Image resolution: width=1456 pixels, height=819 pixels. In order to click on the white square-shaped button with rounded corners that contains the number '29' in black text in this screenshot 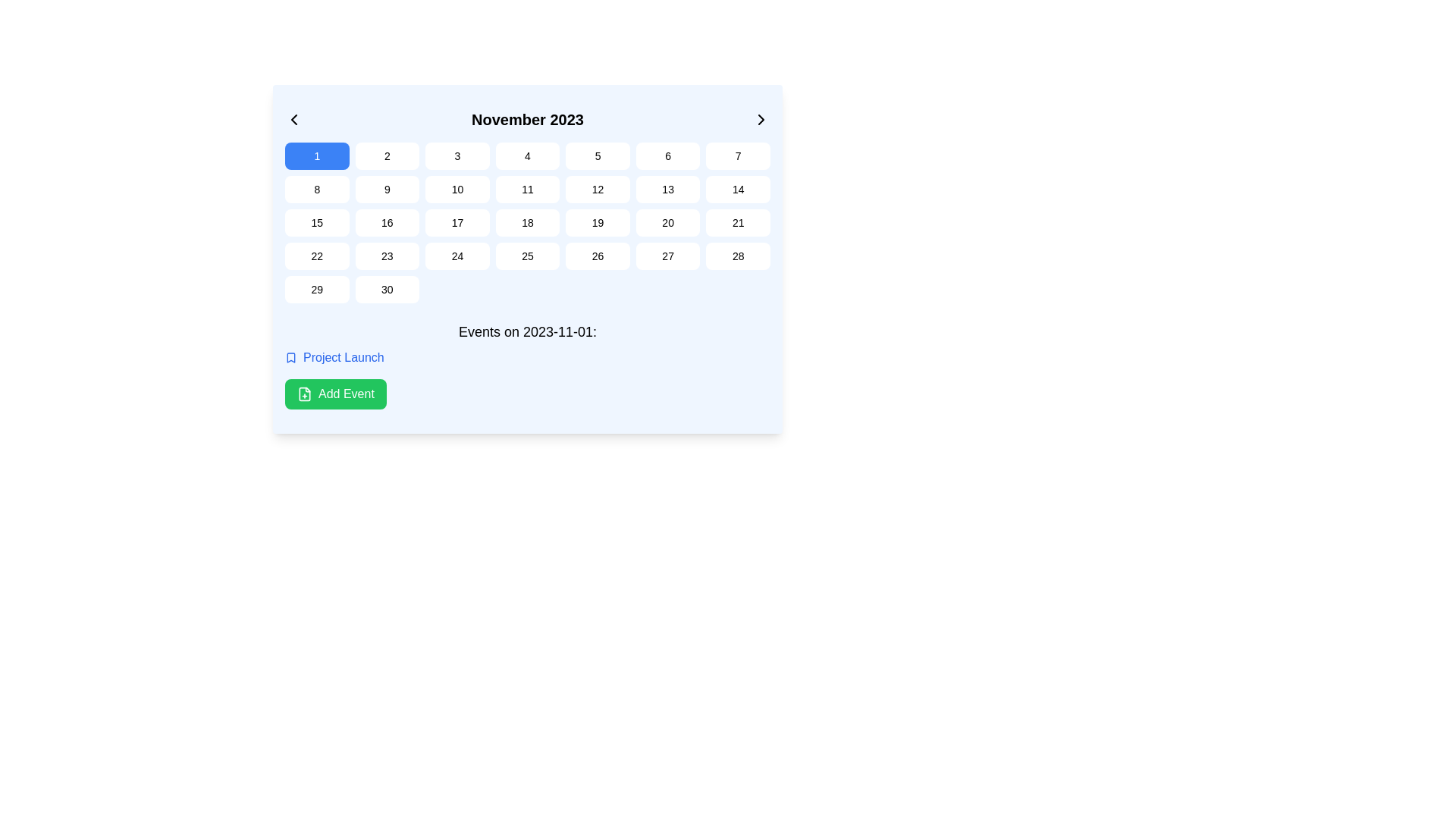, I will do `click(316, 289)`.